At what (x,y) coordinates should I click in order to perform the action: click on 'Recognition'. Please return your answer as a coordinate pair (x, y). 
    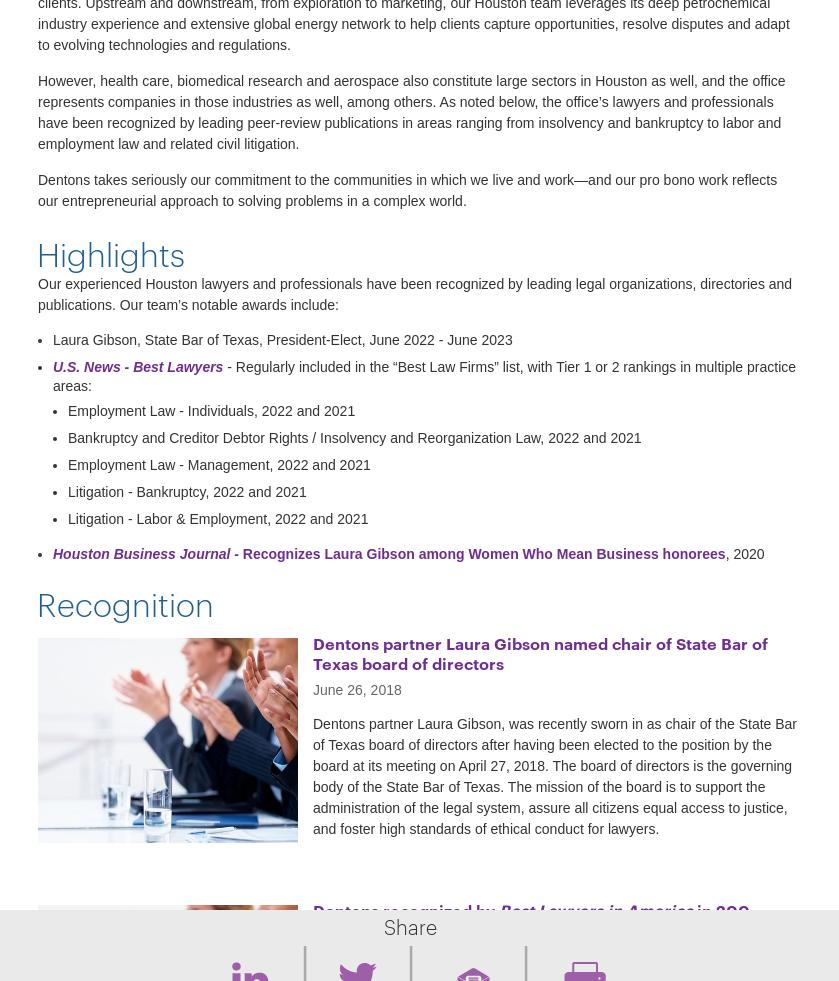
    Looking at the image, I should click on (125, 602).